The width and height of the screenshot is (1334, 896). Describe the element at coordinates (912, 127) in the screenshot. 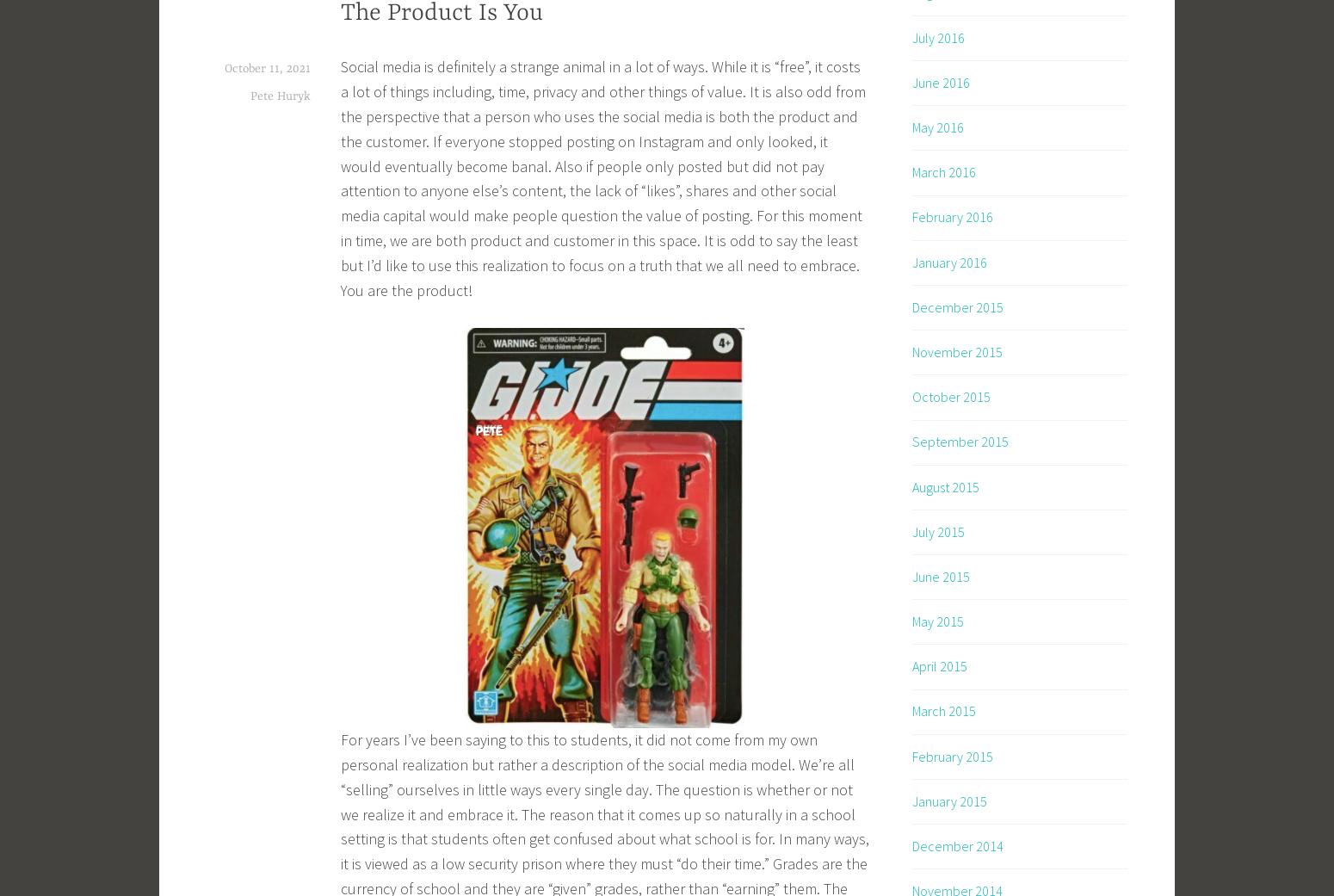

I see `'May 2016'` at that location.